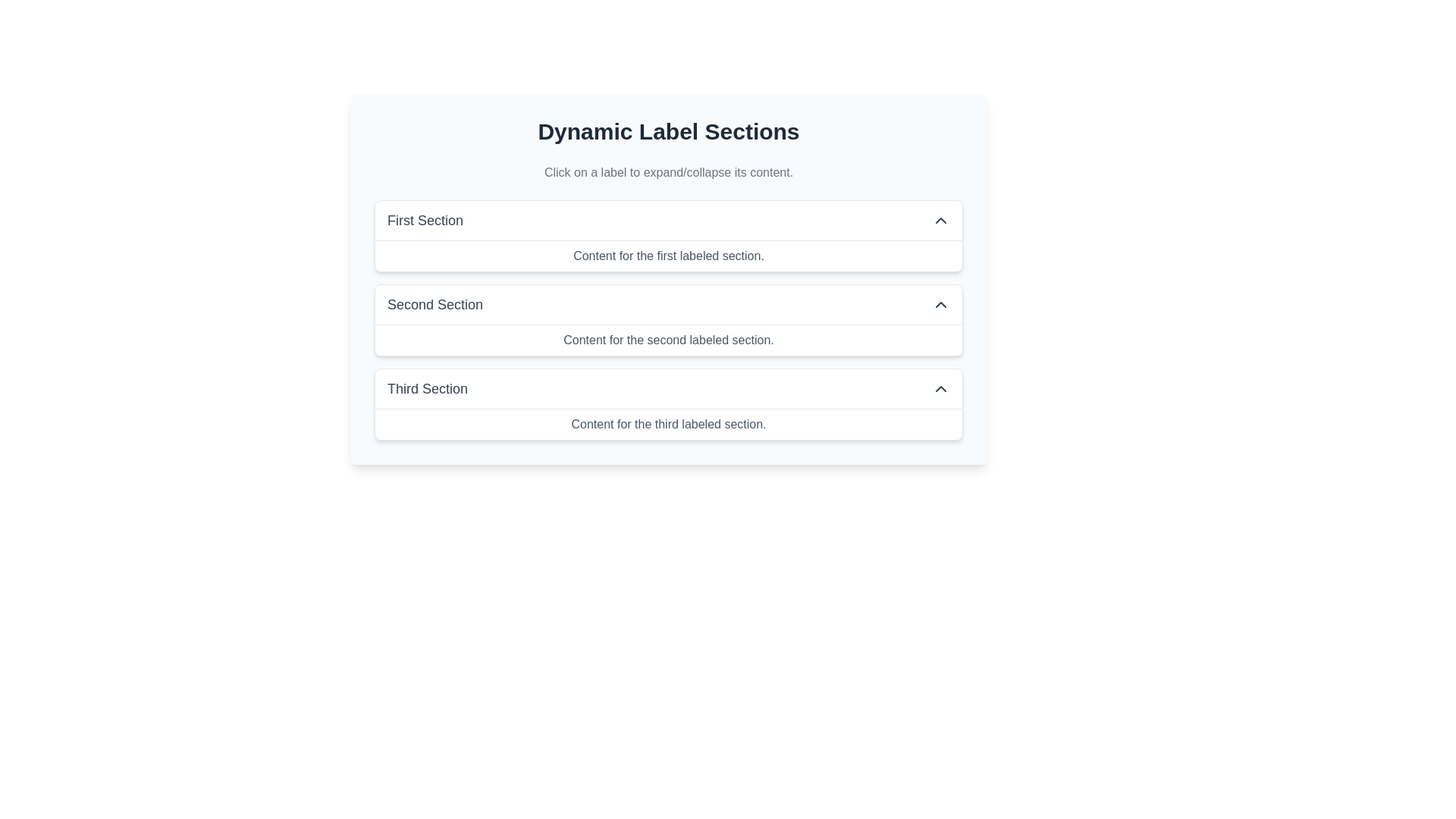 The width and height of the screenshot is (1456, 819). Describe the element at coordinates (940, 388) in the screenshot. I see `the dark-colored chevron-up SVG icon located on the right side of the header for the 'Third Section'` at that location.